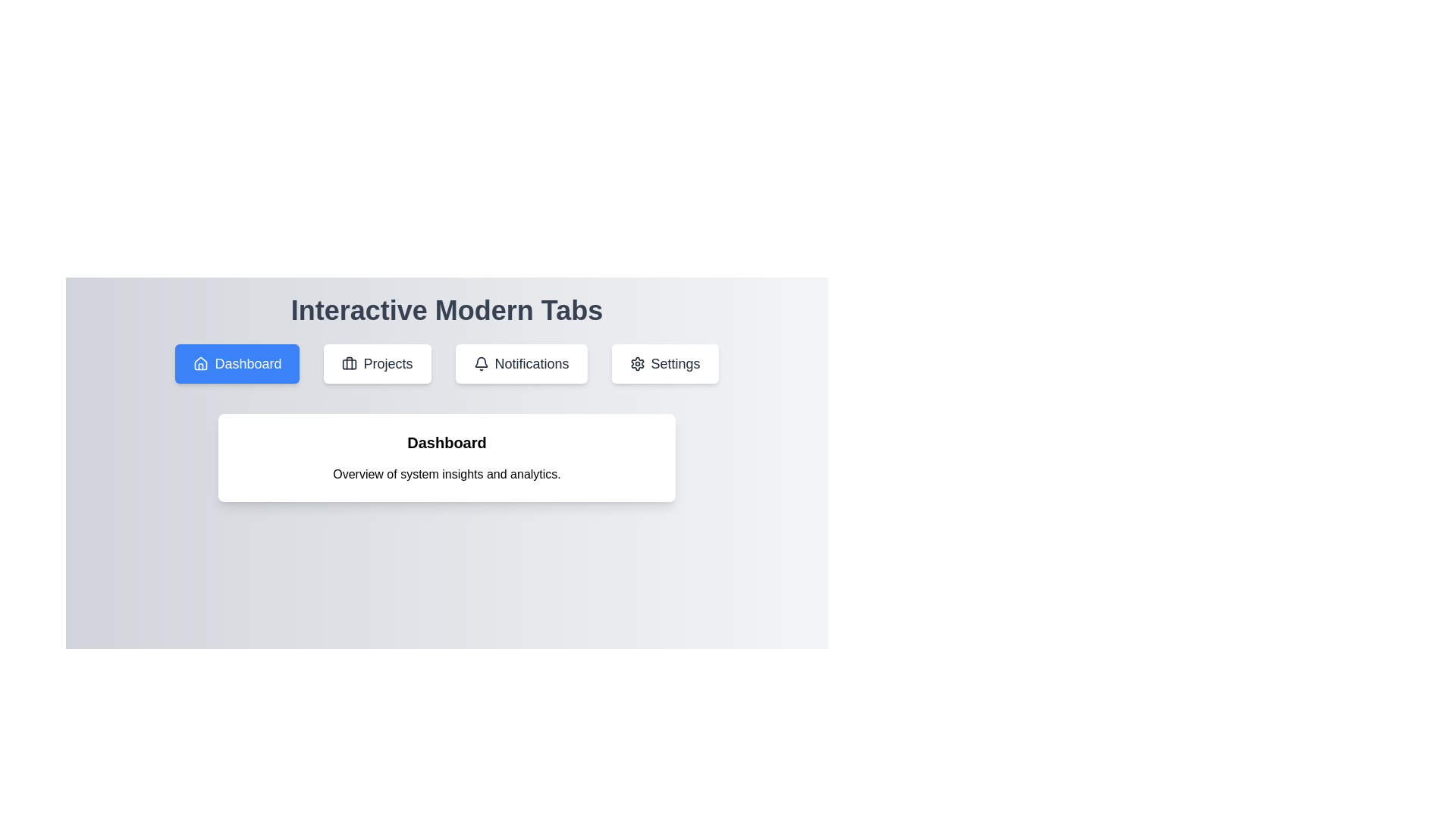 The height and width of the screenshot is (819, 1456). Describe the element at coordinates (665, 363) in the screenshot. I see `the Settings navigation button, which is the fourth button in a horizontal sequence of navigation buttons, to trigger hover effects` at that location.